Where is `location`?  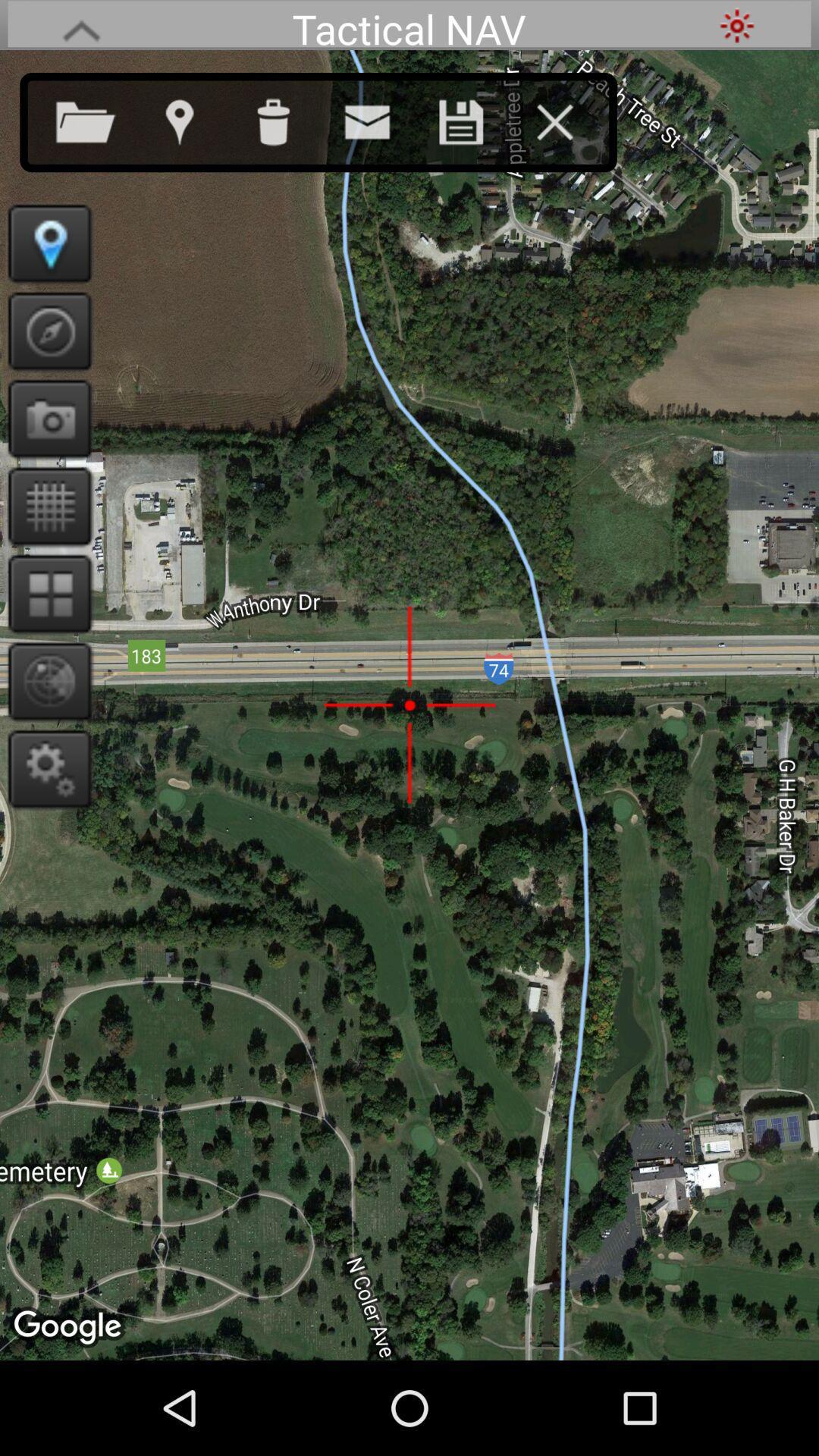 location is located at coordinates (44, 243).